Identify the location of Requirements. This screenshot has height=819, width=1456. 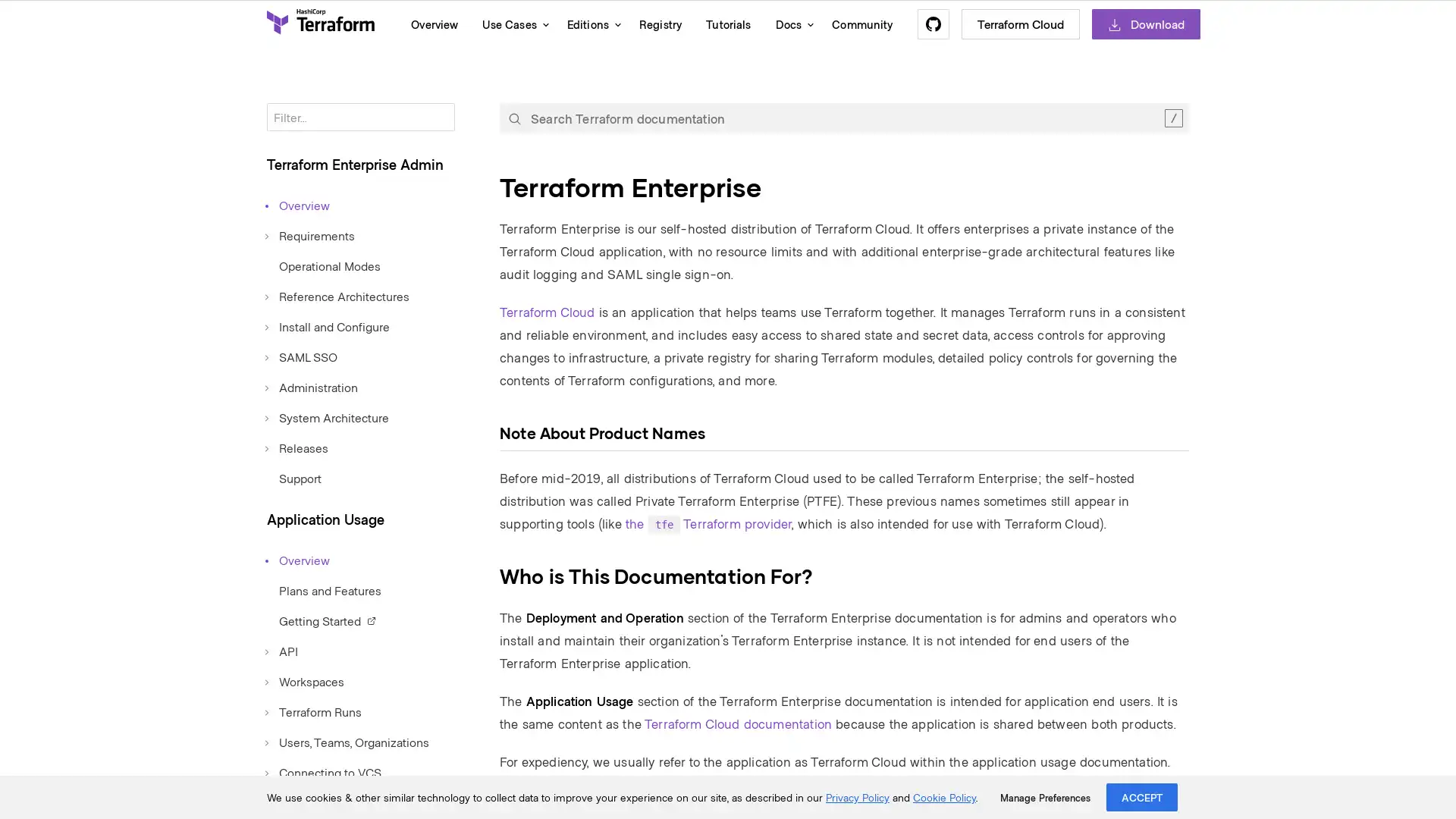
(309, 234).